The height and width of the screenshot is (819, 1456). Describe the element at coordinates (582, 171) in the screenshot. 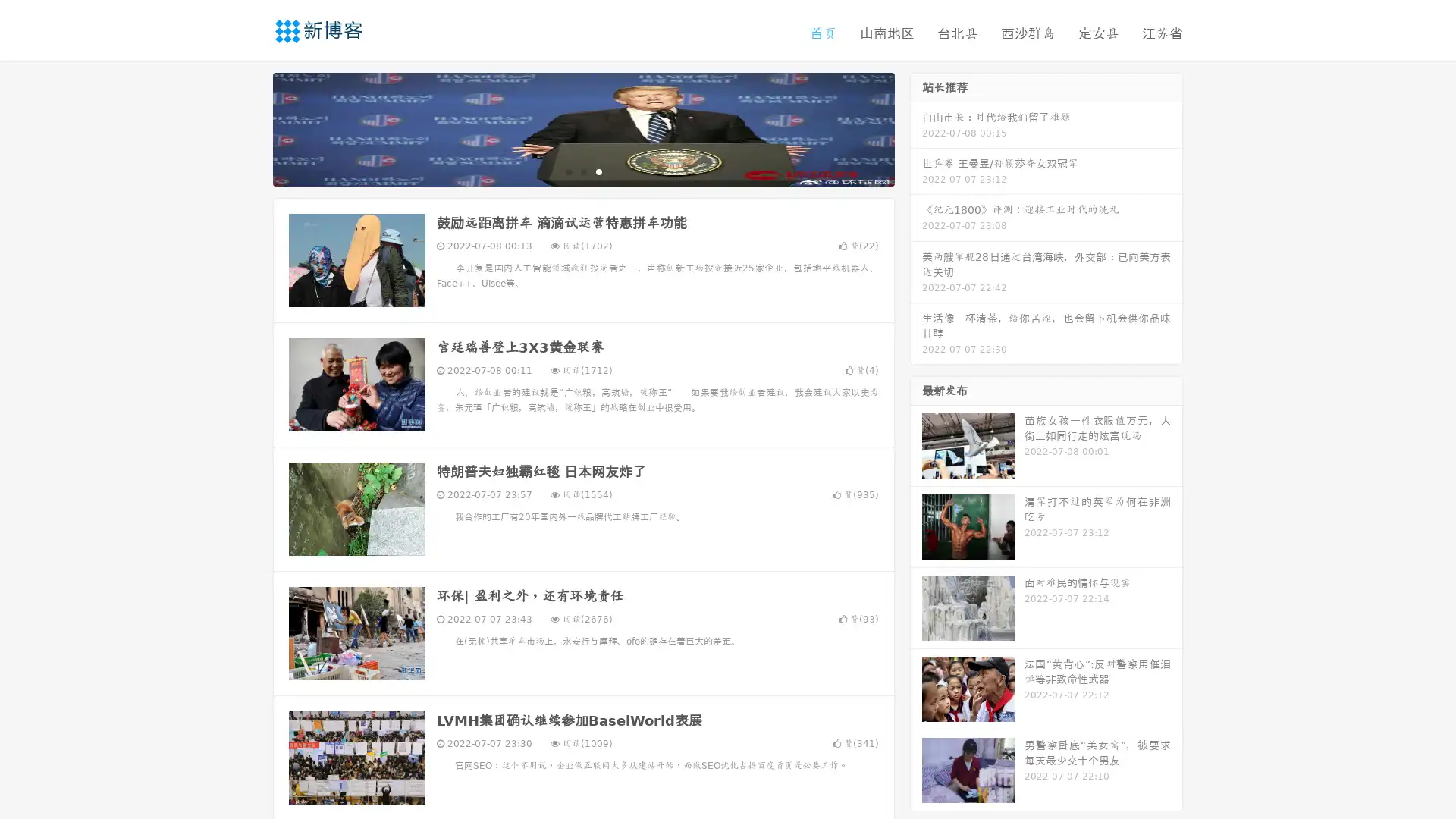

I see `Go to slide 2` at that location.